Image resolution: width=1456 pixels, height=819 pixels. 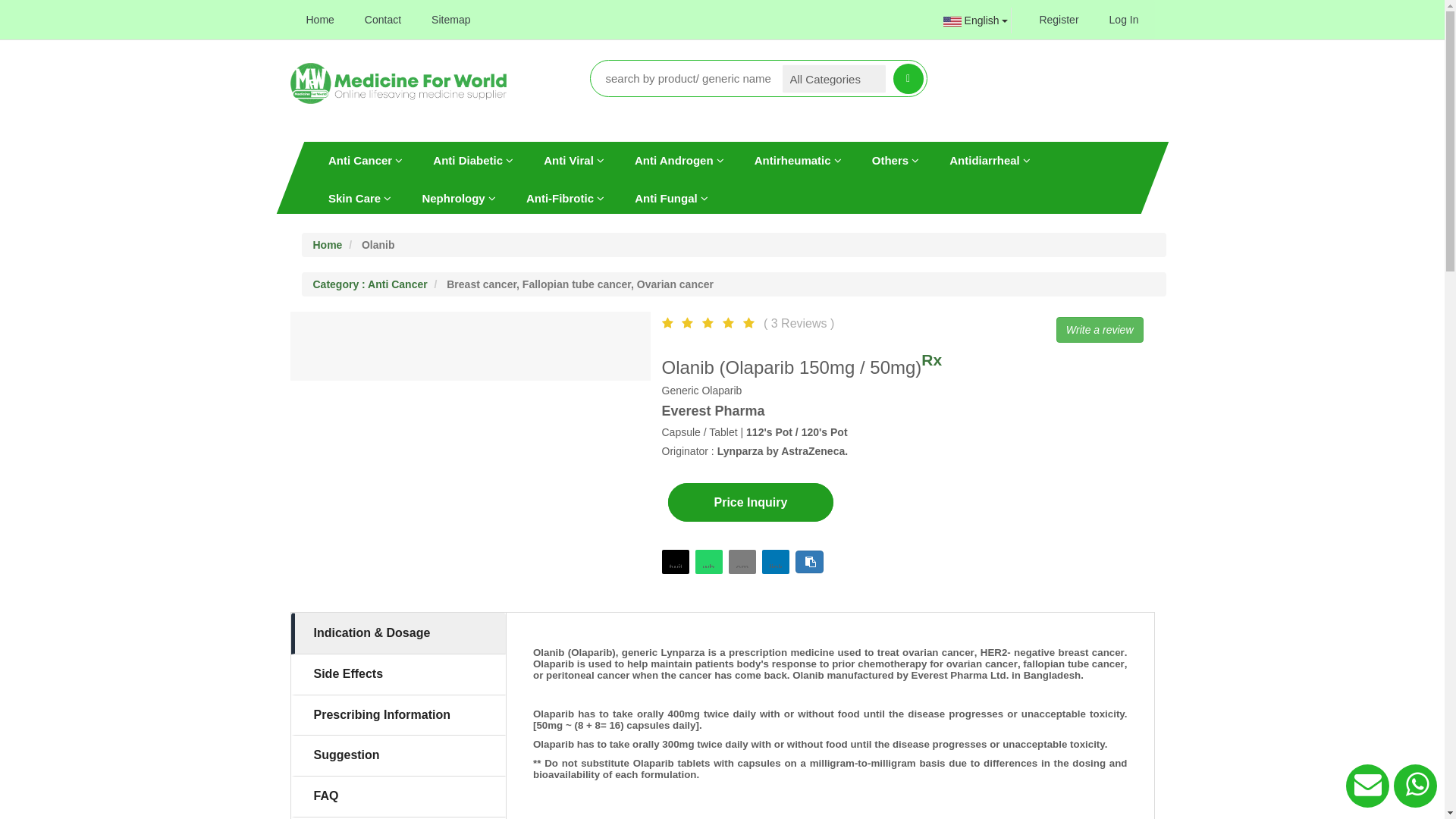 I want to click on 'Anti Androgen', so click(x=677, y=160).